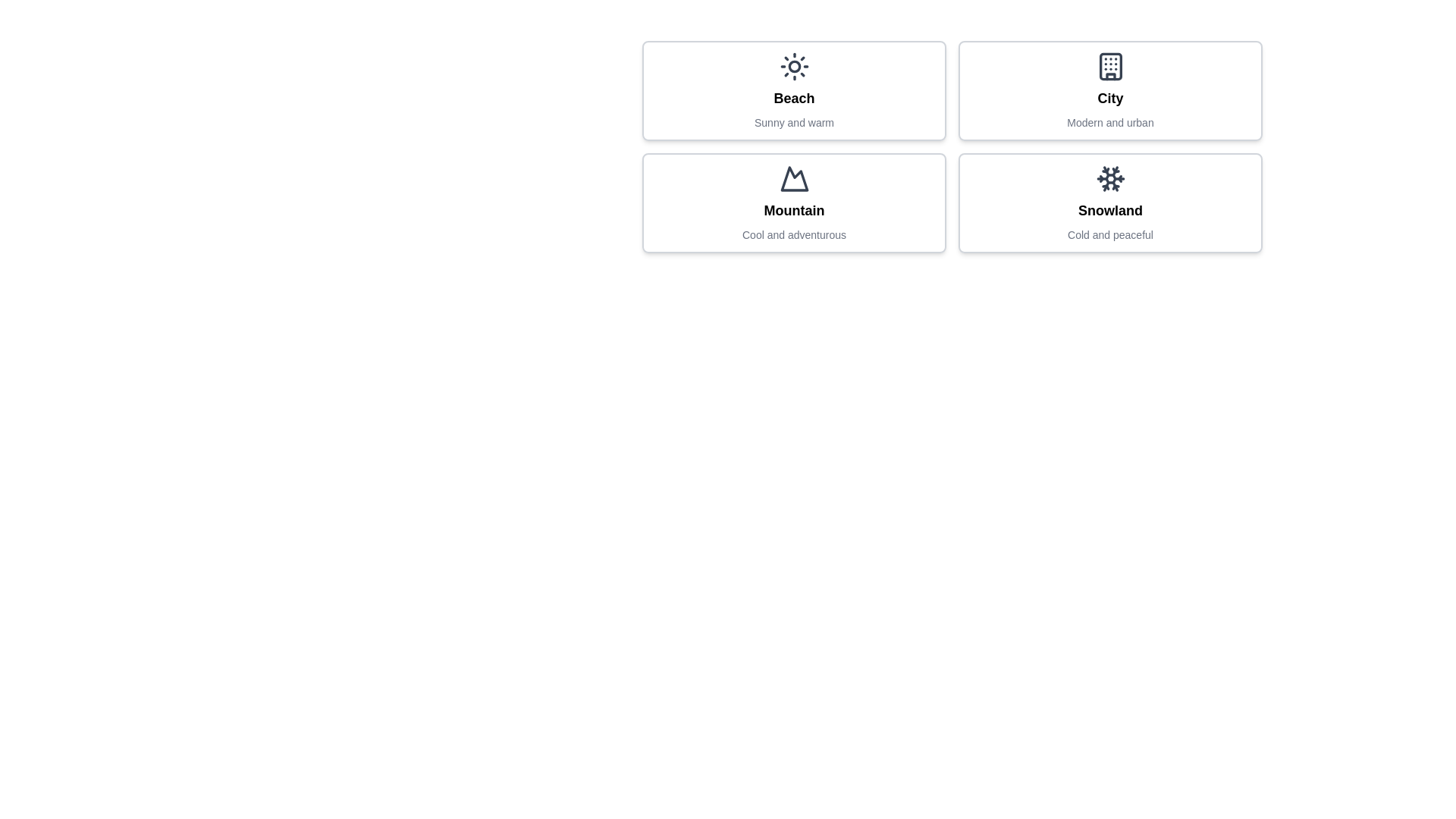 The image size is (1456, 819). What do you see at coordinates (1110, 210) in the screenshot?
I see `the text element identifying 'Snowland', which is positioned below a snowflake icon in the interactive card` at bounding box center [1110, 210].